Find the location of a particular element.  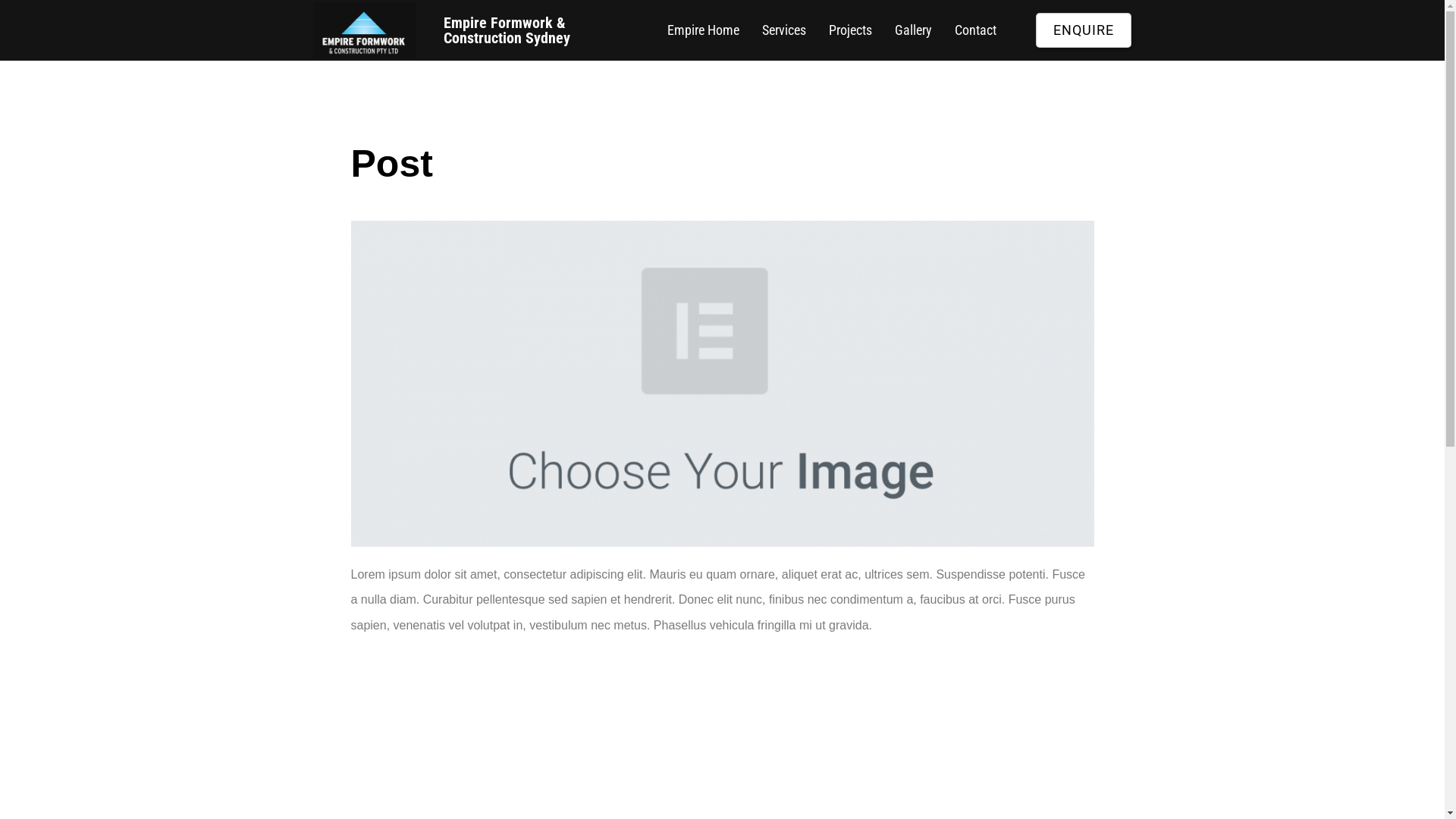

'Empire Home' is located at coordinates (655, 30).